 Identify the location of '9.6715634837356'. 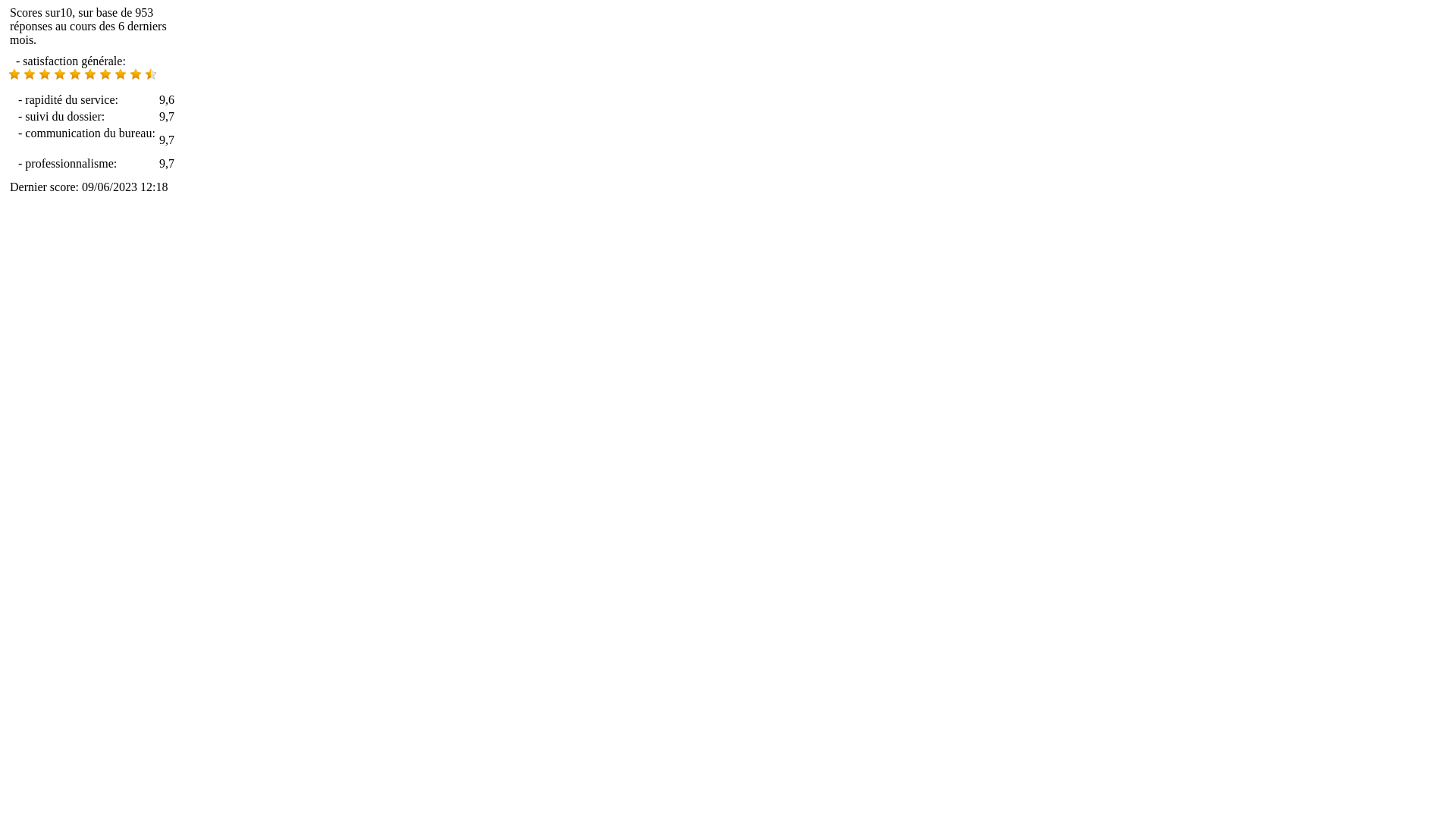
(59, 74).